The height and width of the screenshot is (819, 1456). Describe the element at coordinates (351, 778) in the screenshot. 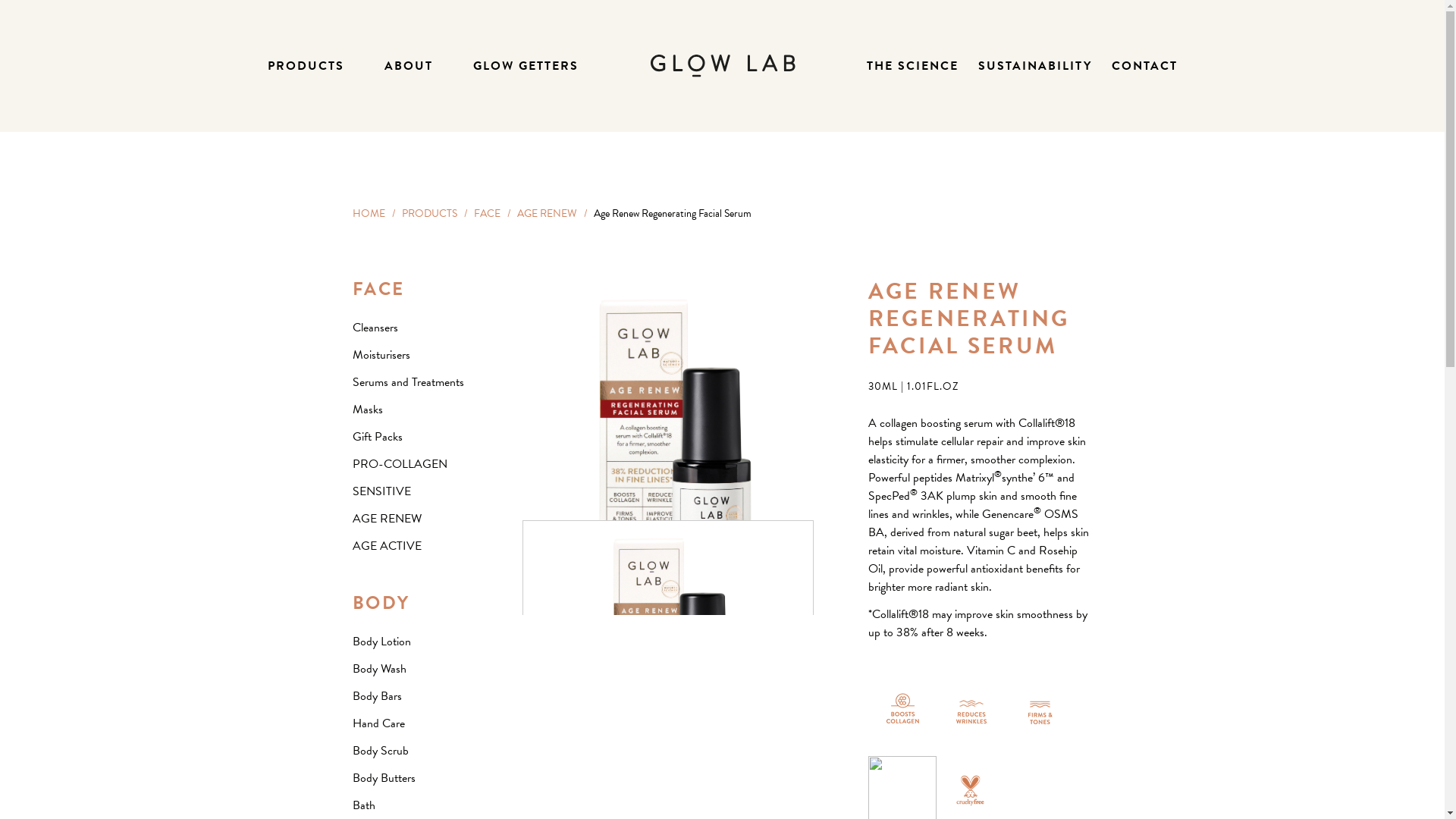

I see `'Body Butters'` at that location.